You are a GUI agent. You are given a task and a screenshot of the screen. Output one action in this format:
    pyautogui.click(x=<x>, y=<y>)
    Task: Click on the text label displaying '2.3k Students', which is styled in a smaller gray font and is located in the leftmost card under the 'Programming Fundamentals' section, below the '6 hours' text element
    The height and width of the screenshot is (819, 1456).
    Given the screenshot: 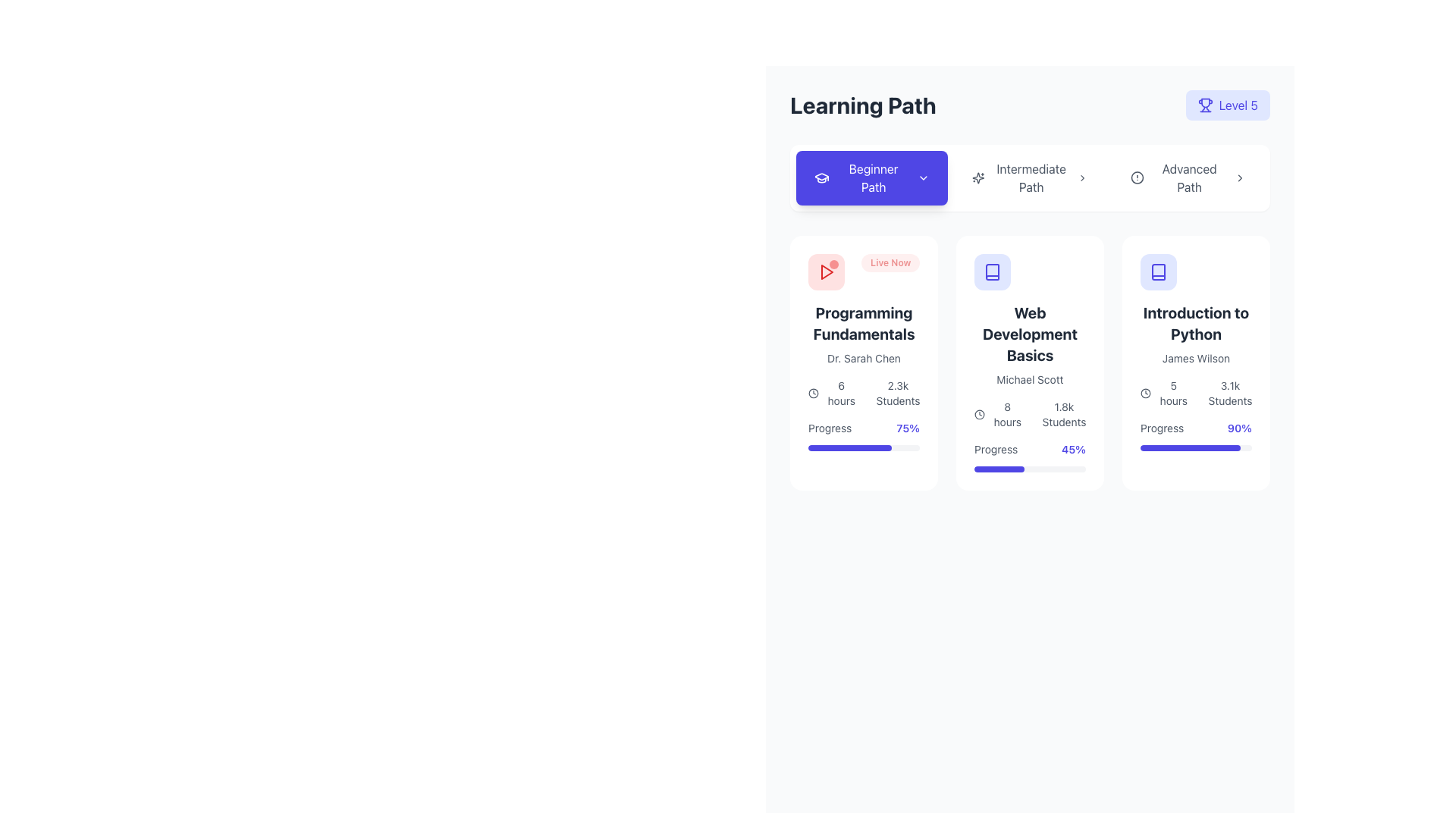 What is the action you would take?
    pyautogui.click(x=895, y=393)
    